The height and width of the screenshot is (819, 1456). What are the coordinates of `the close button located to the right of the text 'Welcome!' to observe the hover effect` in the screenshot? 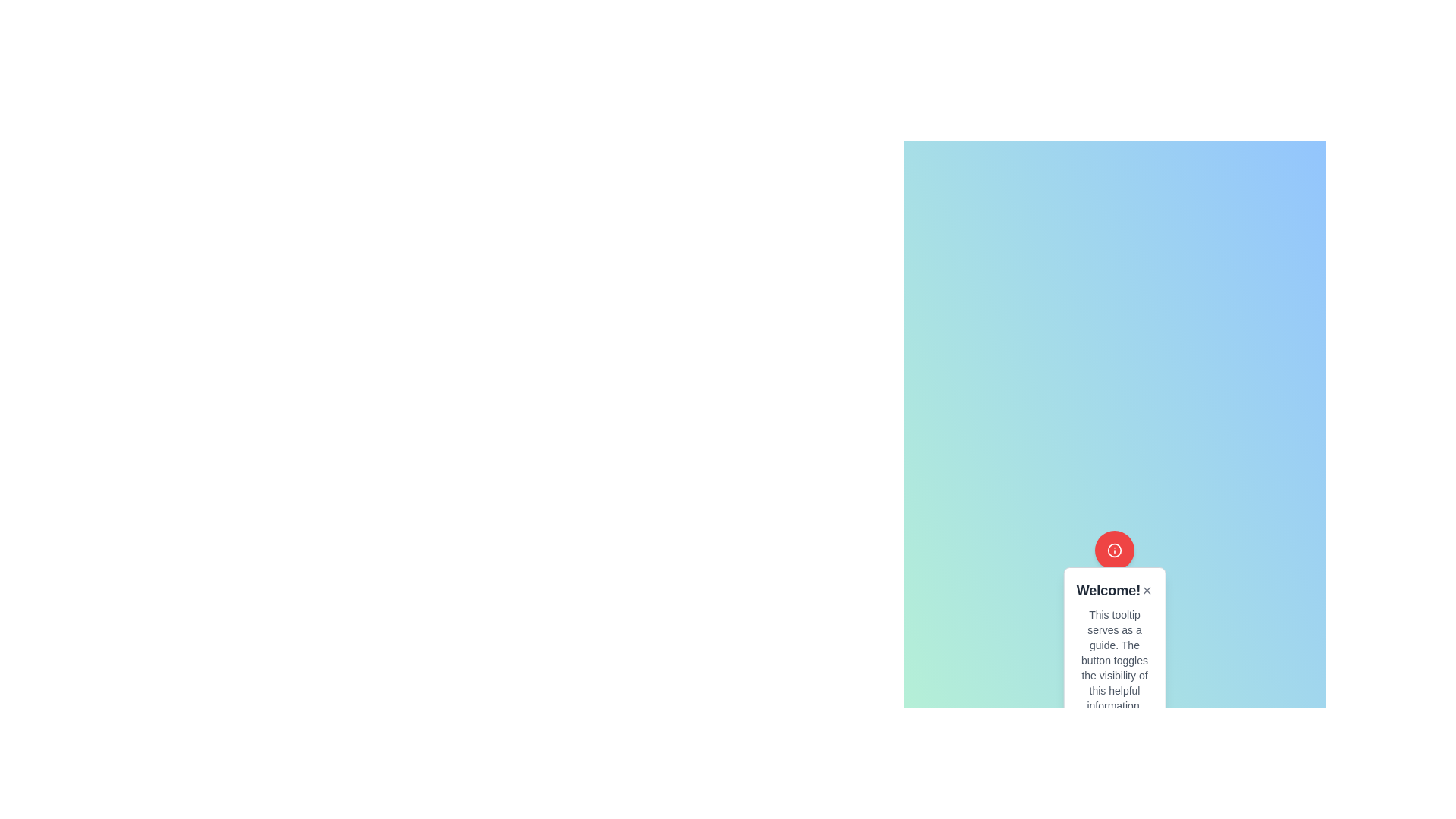 It's located at (1147, 590).